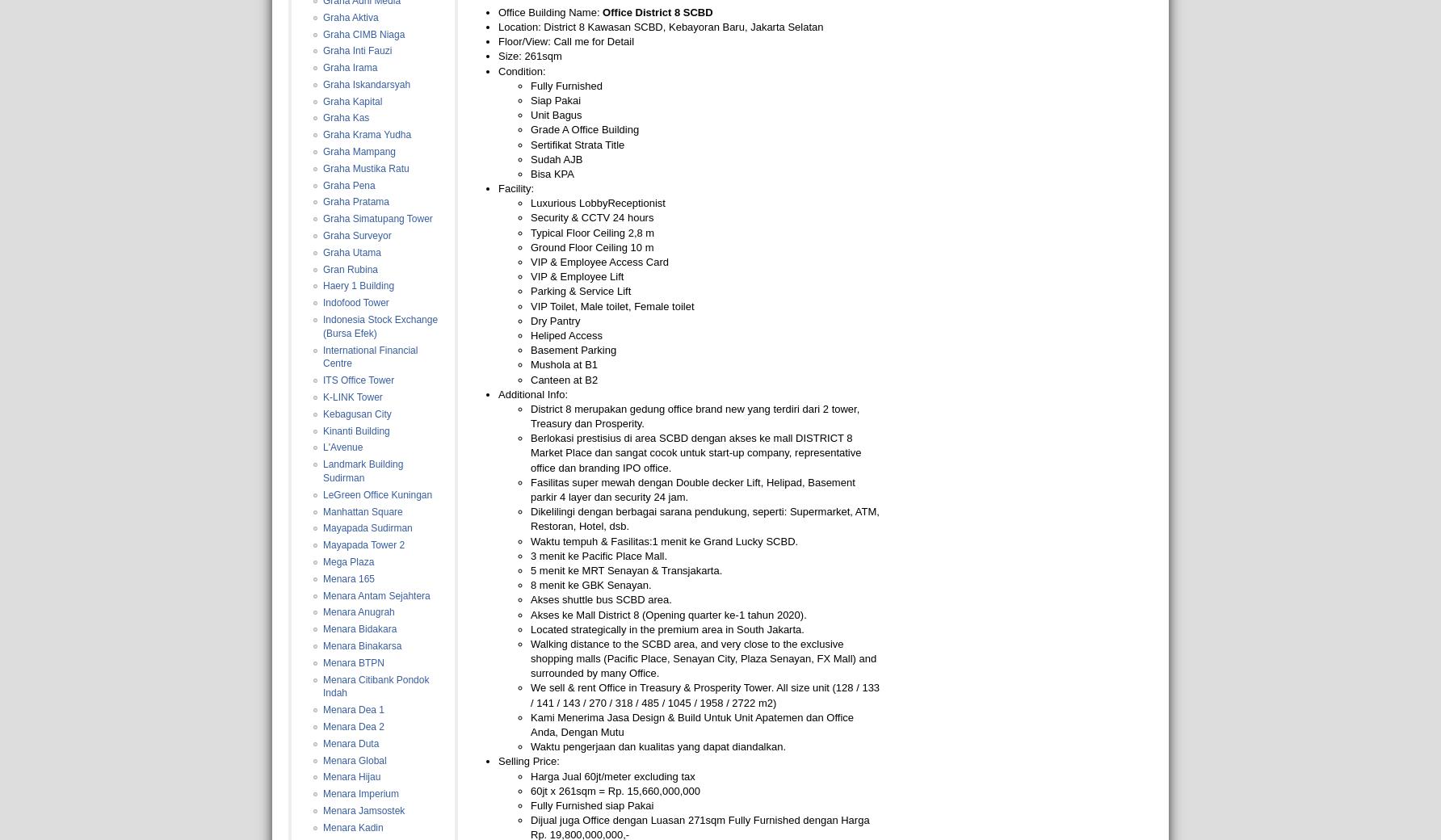 This screenshot has height=840, width=1441. What do you see at coordinates (350, 268) in the screenshot?
I see `'Gran Rubina'` at bounding box center [350, 268].